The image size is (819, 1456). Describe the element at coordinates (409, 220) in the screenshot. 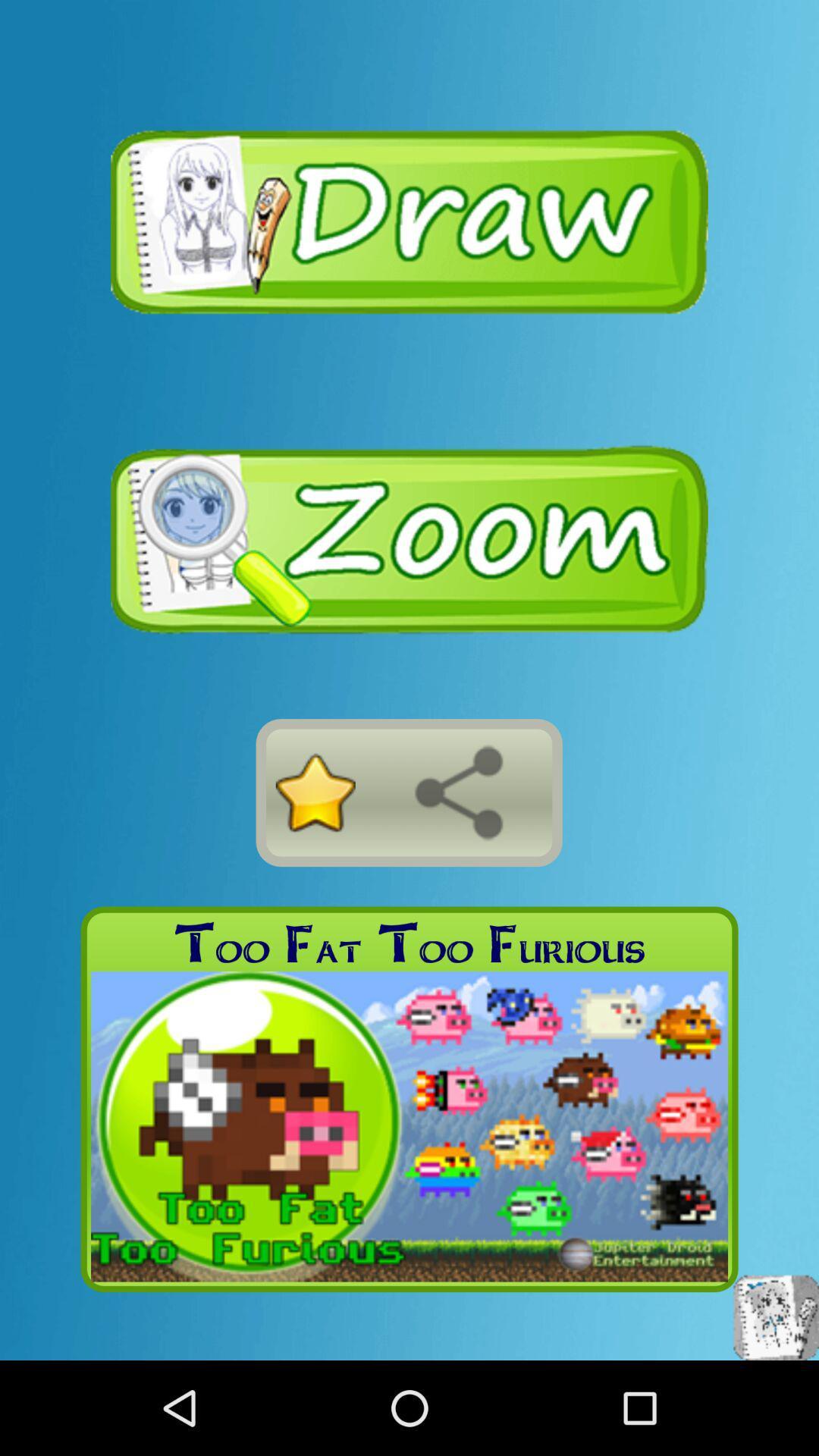

I see `item at the top` at that location.